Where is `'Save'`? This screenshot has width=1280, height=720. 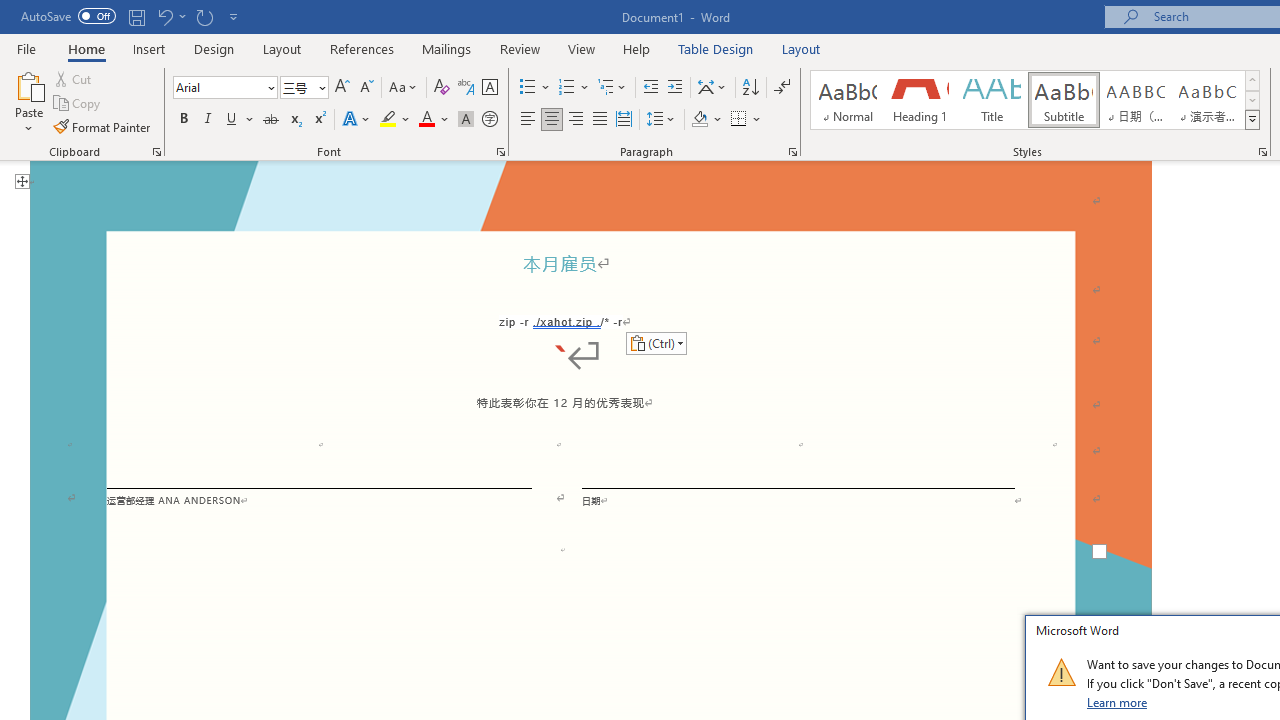
'Save' is located at coordinates (135, 16).